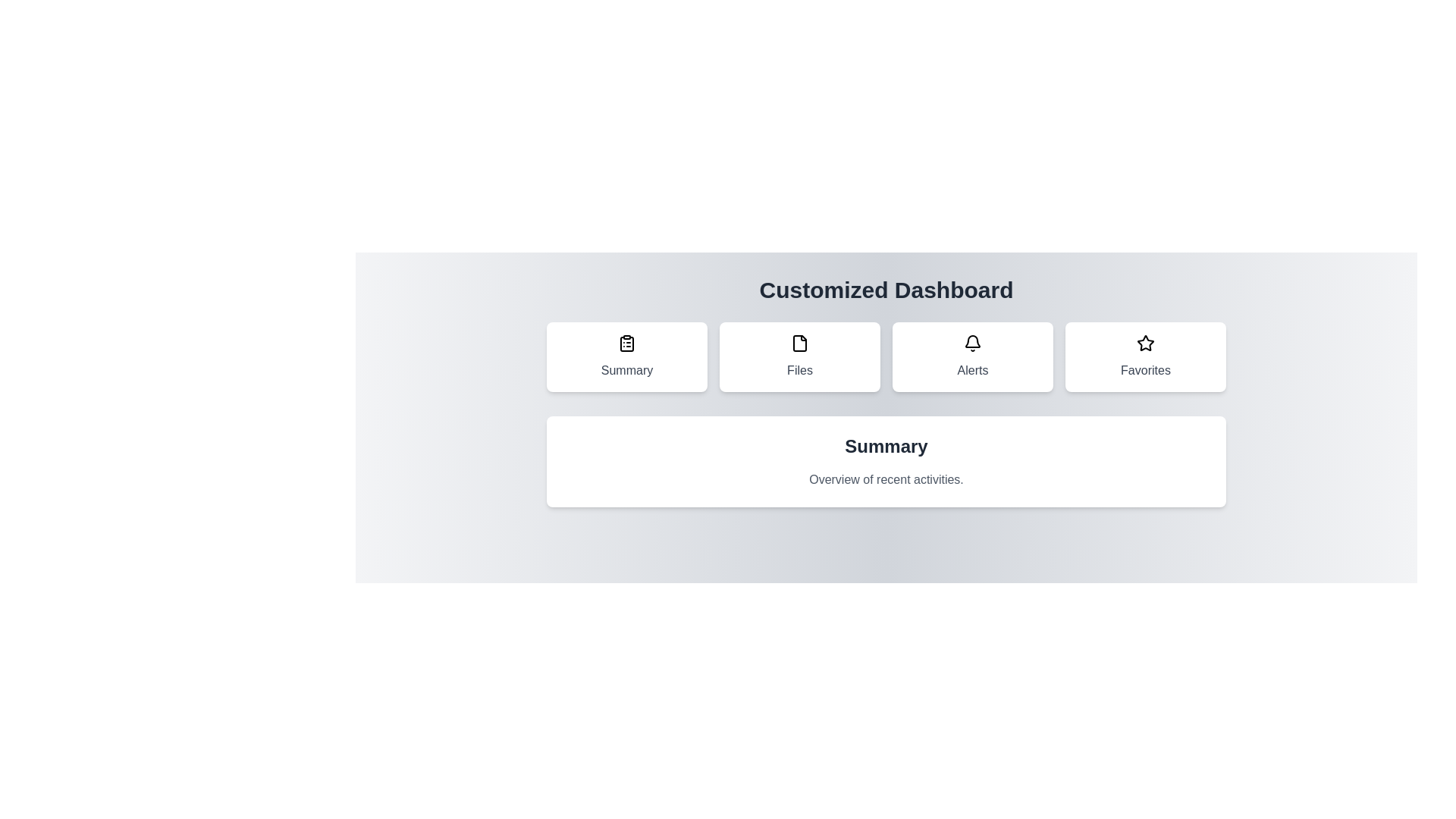  Describe the element at coordinates (886, 479) in the screenshot. I see `the static text element located below the 'Summary' heading, which provides a brief description of recent activities` at that location.